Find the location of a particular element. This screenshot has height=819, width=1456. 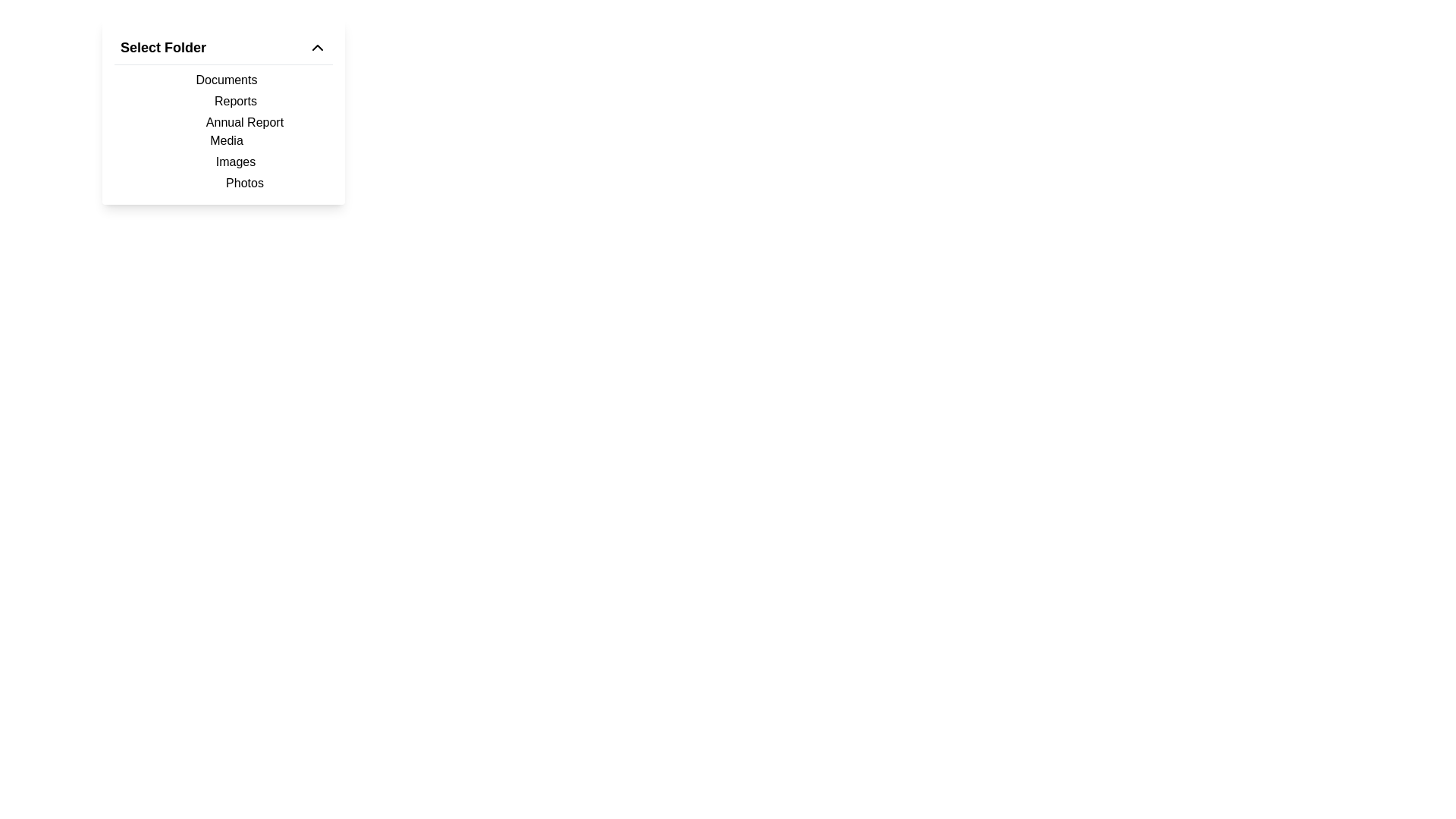

the 'Annual Report' list item in the vertical menu under the 'Reports' item in the 'Select Folder' dropdown is located at coordinates (244, 122).